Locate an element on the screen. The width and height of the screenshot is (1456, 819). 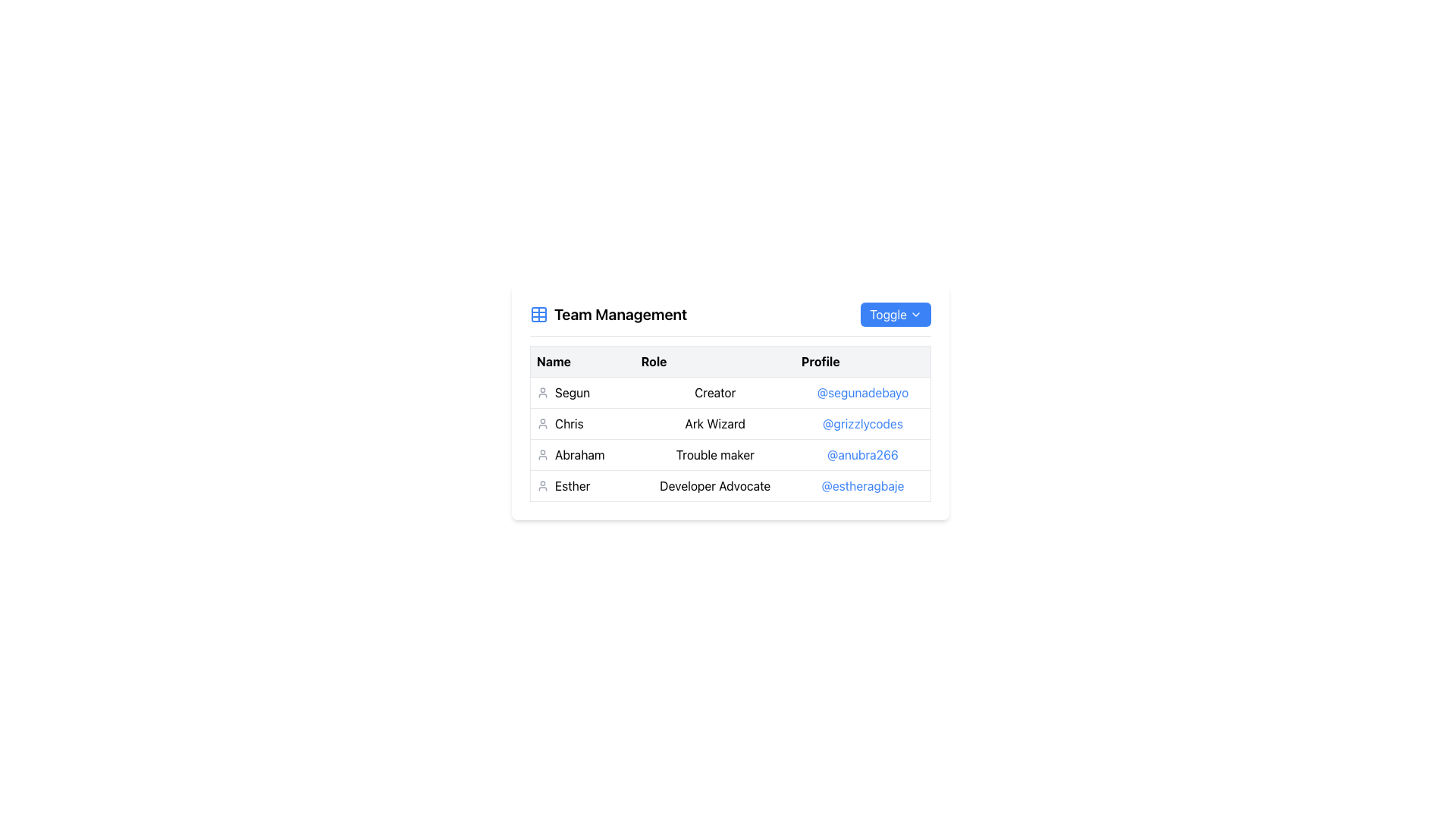
the user silhouette icon located in the last row of the 'Team Management' table, positioned directly before the text 'Esther' is located at coordinates (542, 485).